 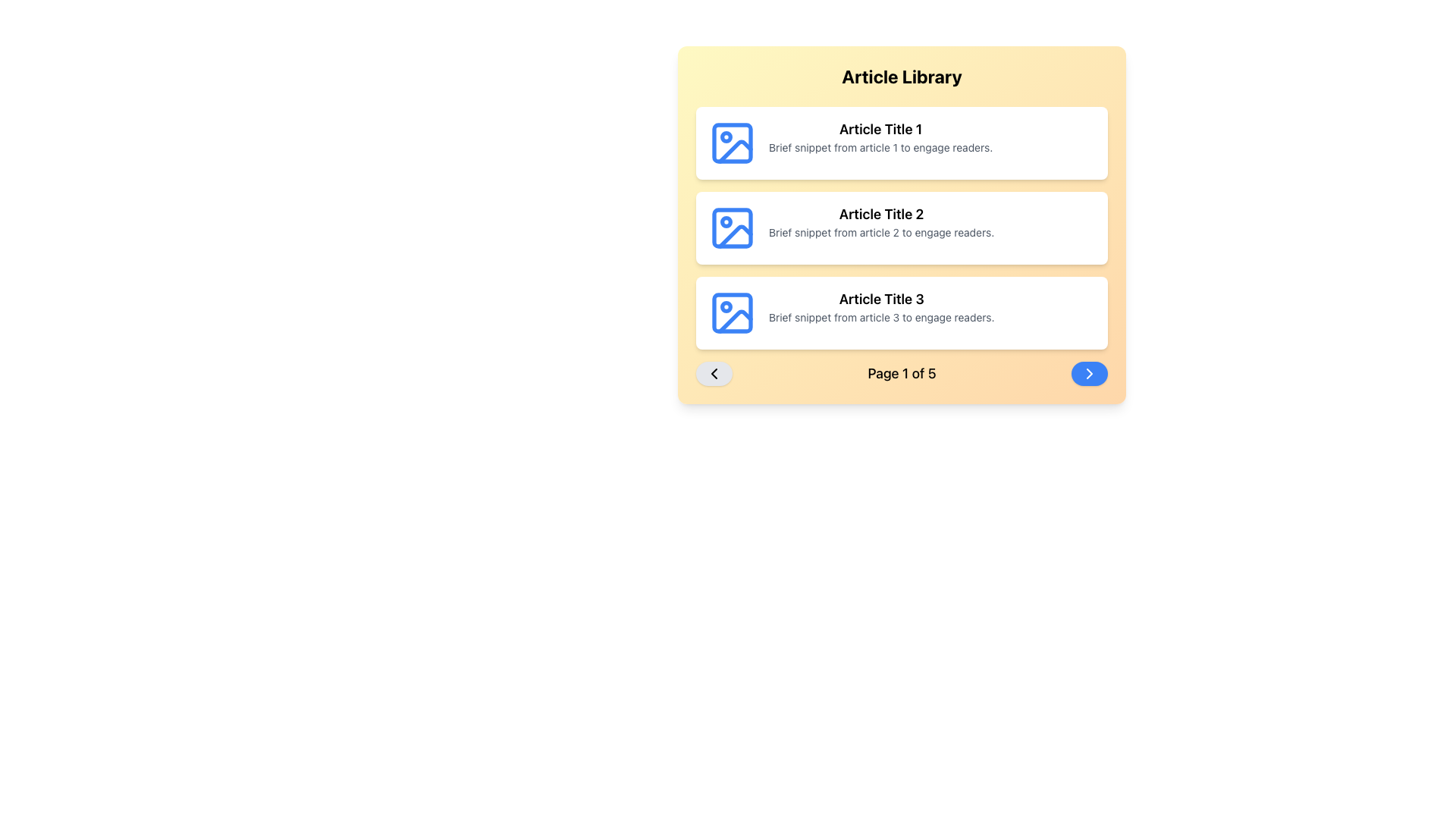 What do you see at coordinates (881, 214) in the screenshot?
I see `the text label displaying 'Article Title 2', which is part of a list of articles and positioned vertically between 'Article Title 1' and 'Article Title 3'` at bounding box center [881, 214].